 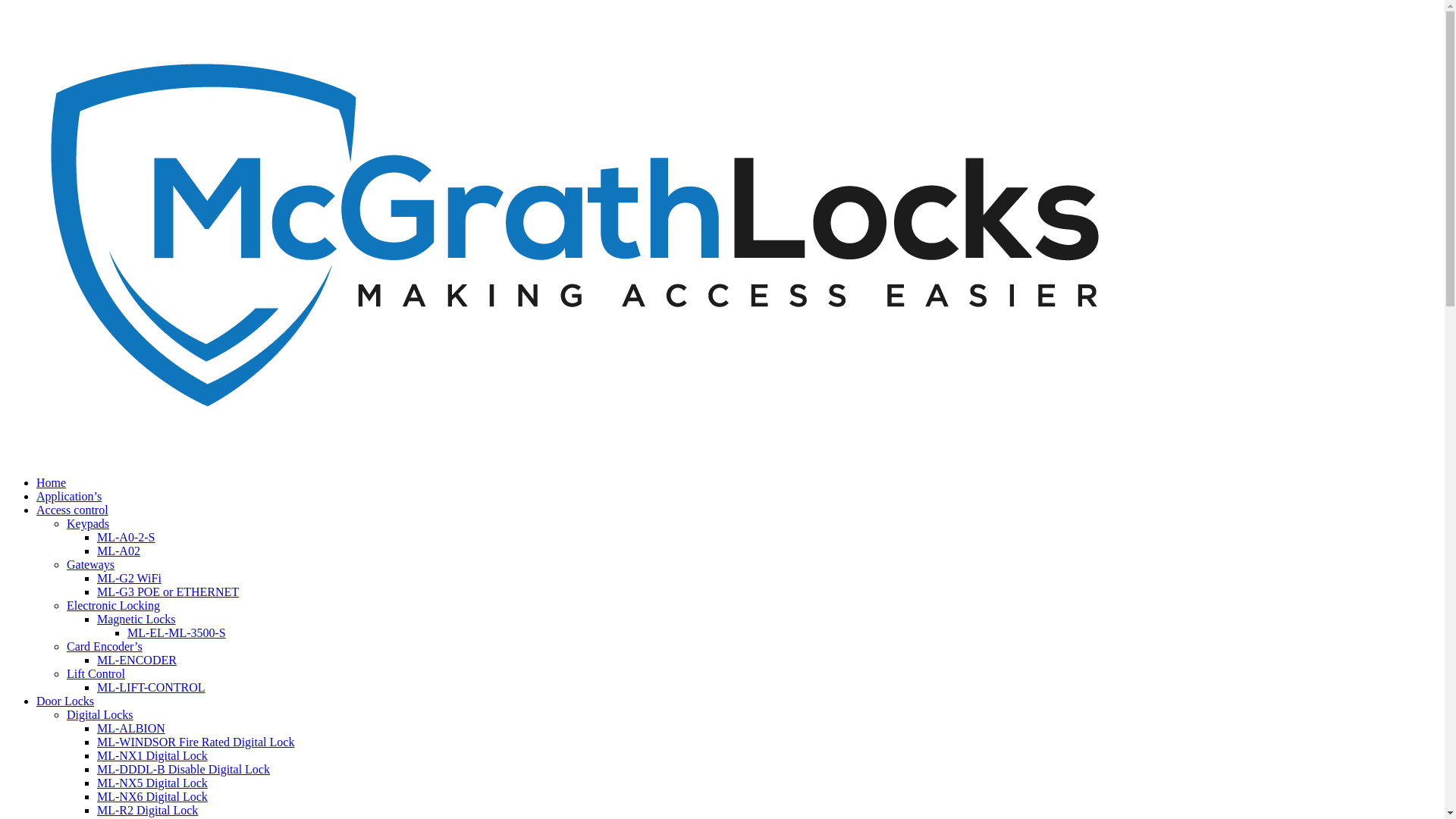 I want to click on 'Gateways', so click(x=89, y=564).